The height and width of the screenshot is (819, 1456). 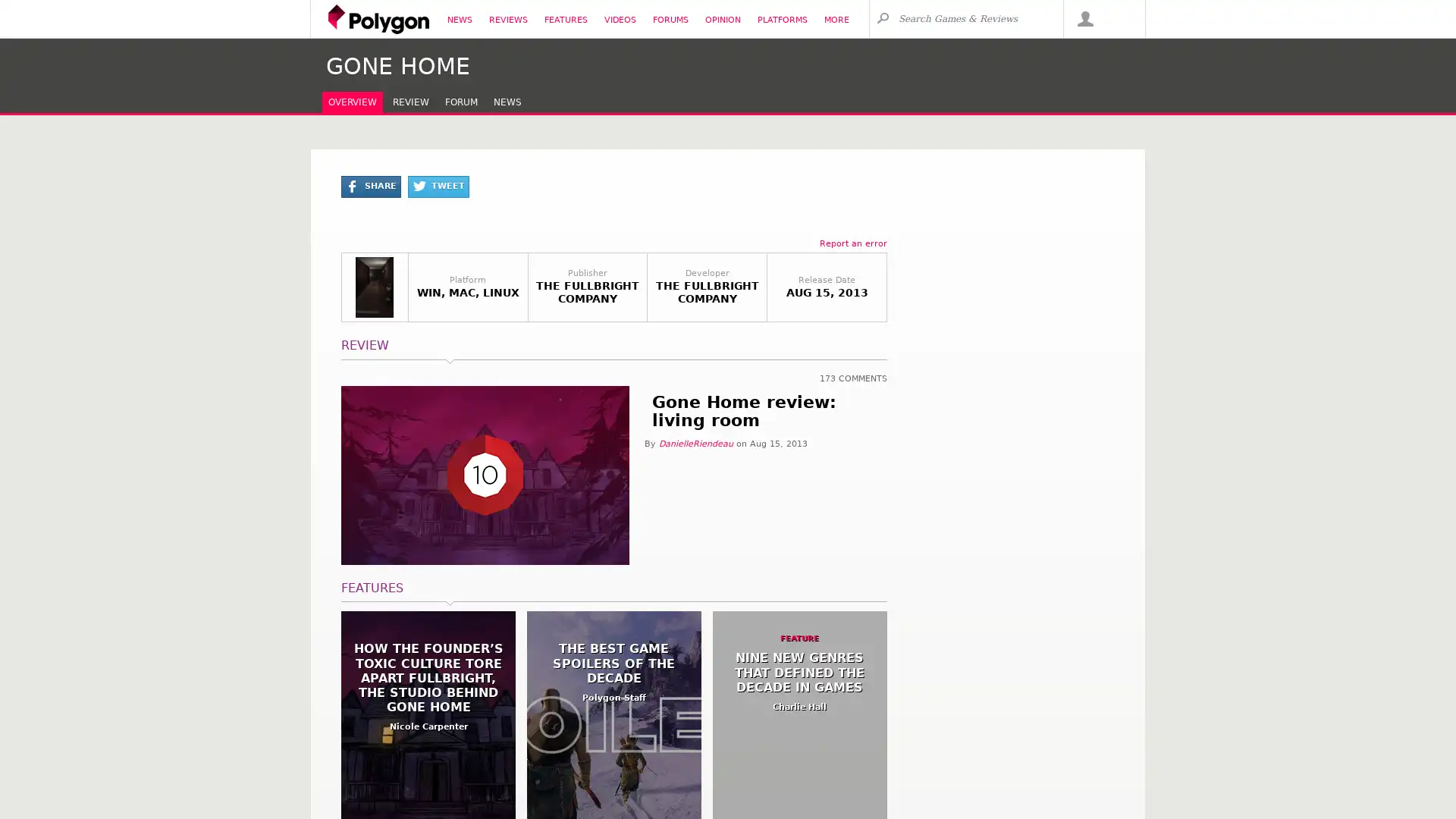 What do you see at coordinates (882, 17) in the screenshot?
I see `search` at bounding box center [882, 17].